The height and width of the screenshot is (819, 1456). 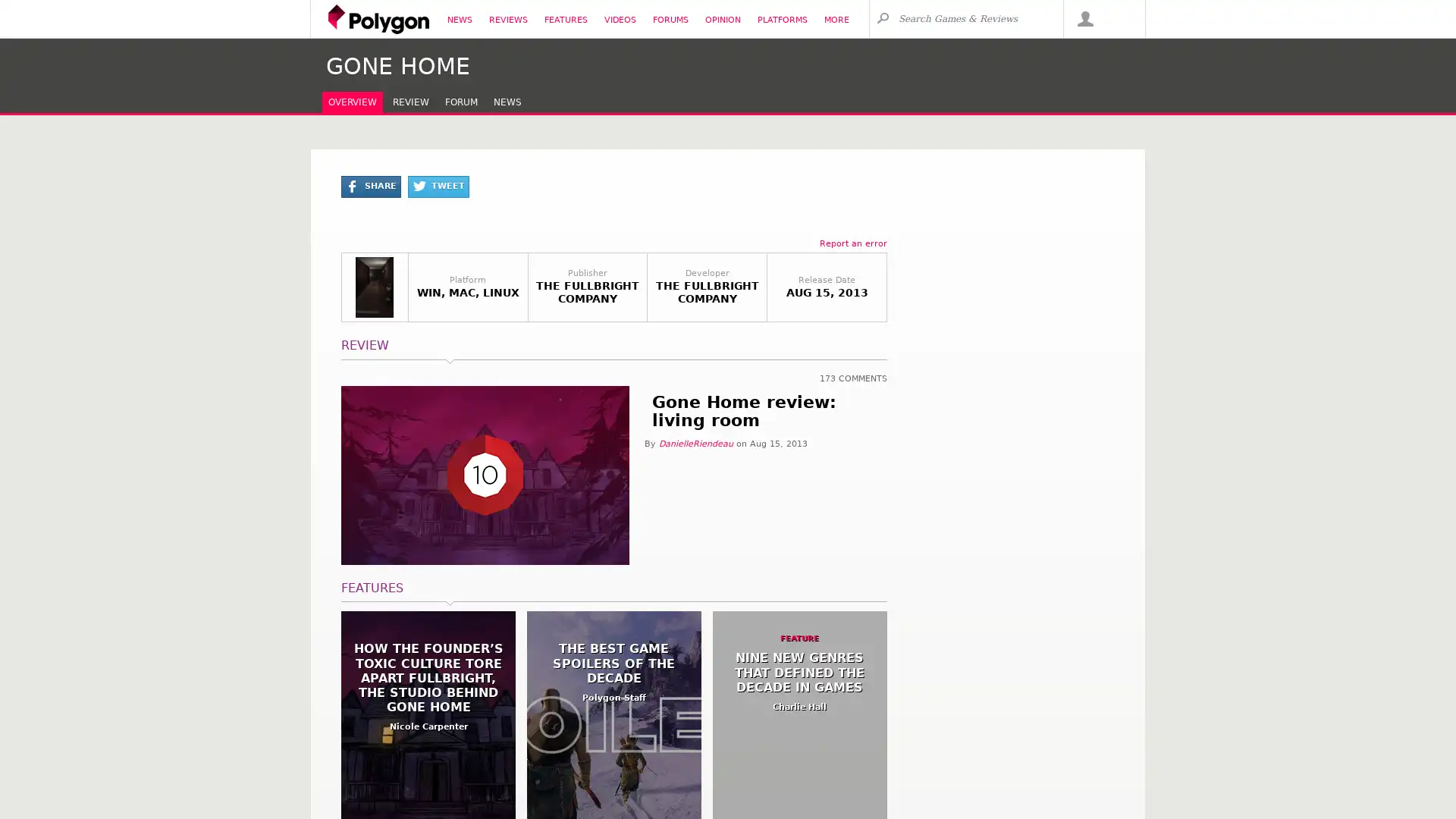 What do you see at coordinates (882, 17) in the screenshot?
I see `search` at bounding box center [882, 17].